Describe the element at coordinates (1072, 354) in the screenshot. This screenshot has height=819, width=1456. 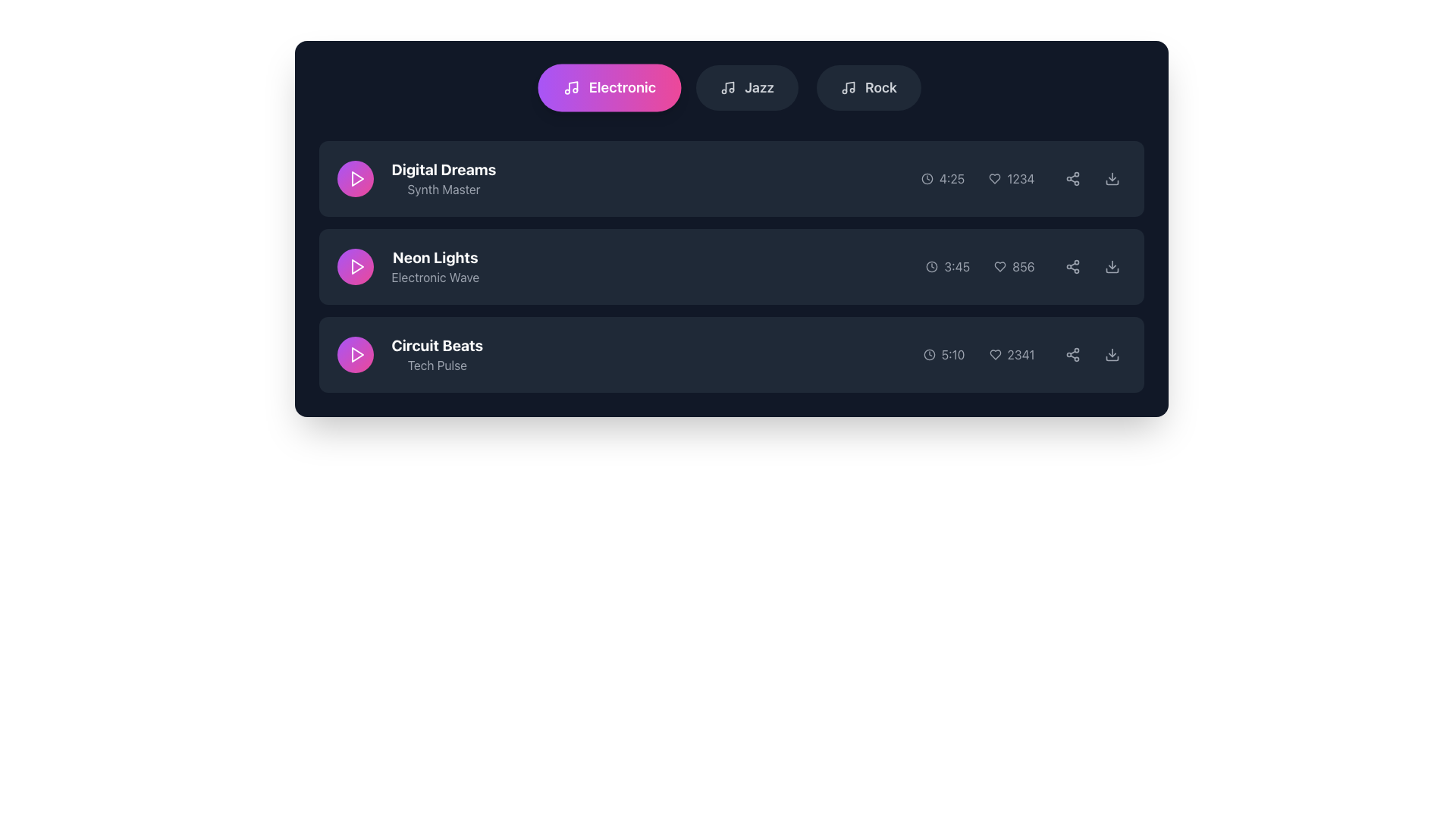
I see `the share icon button located in the third row of the music playlist UI towards the right side` at that location.